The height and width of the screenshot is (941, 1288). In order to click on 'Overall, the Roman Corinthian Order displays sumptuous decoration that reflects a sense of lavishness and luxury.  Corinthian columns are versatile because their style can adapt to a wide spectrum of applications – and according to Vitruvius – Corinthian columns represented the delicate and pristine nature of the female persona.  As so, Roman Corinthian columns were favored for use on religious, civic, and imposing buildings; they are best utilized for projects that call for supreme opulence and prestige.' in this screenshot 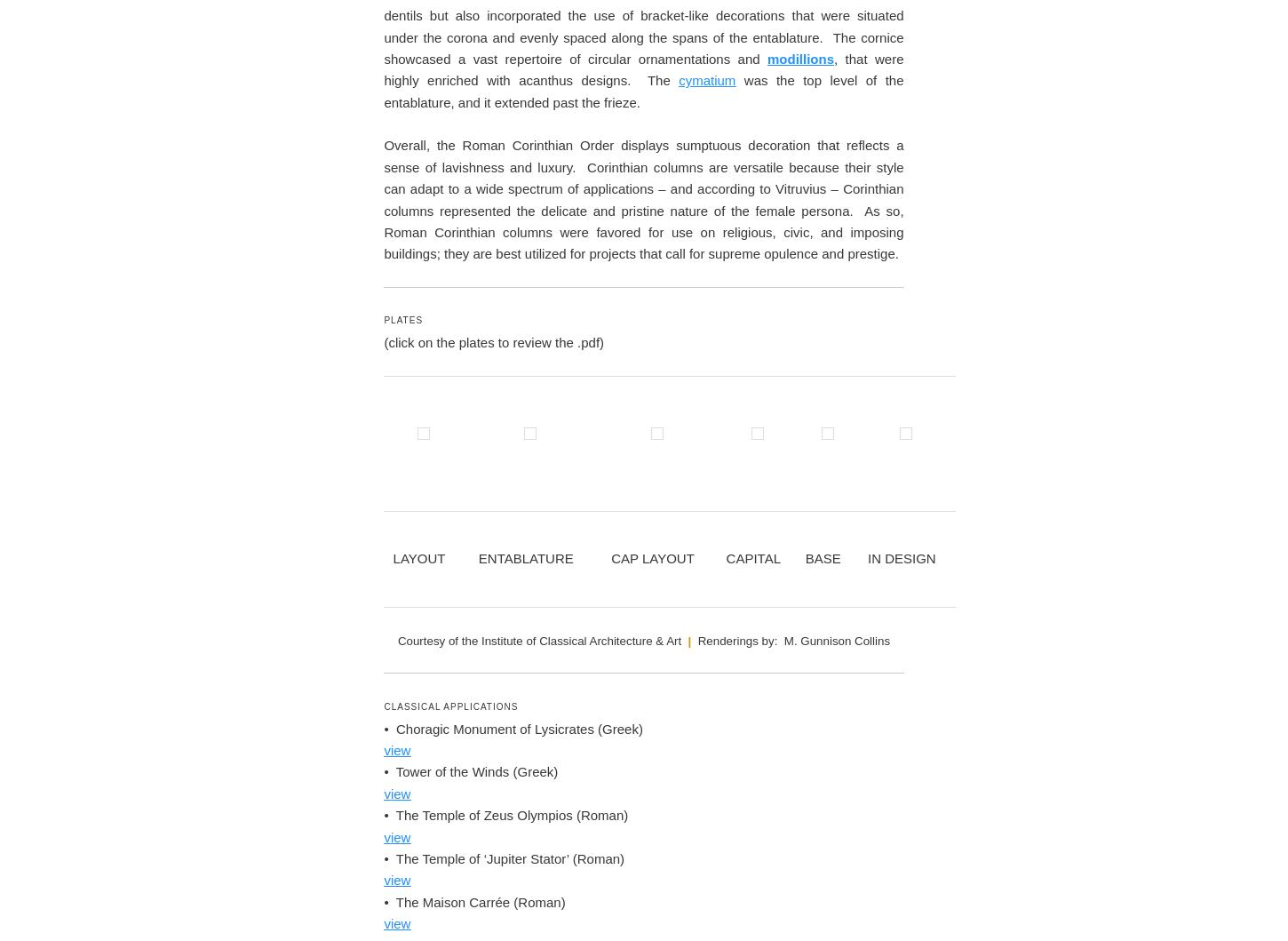, I will do `click(382, 750)`.